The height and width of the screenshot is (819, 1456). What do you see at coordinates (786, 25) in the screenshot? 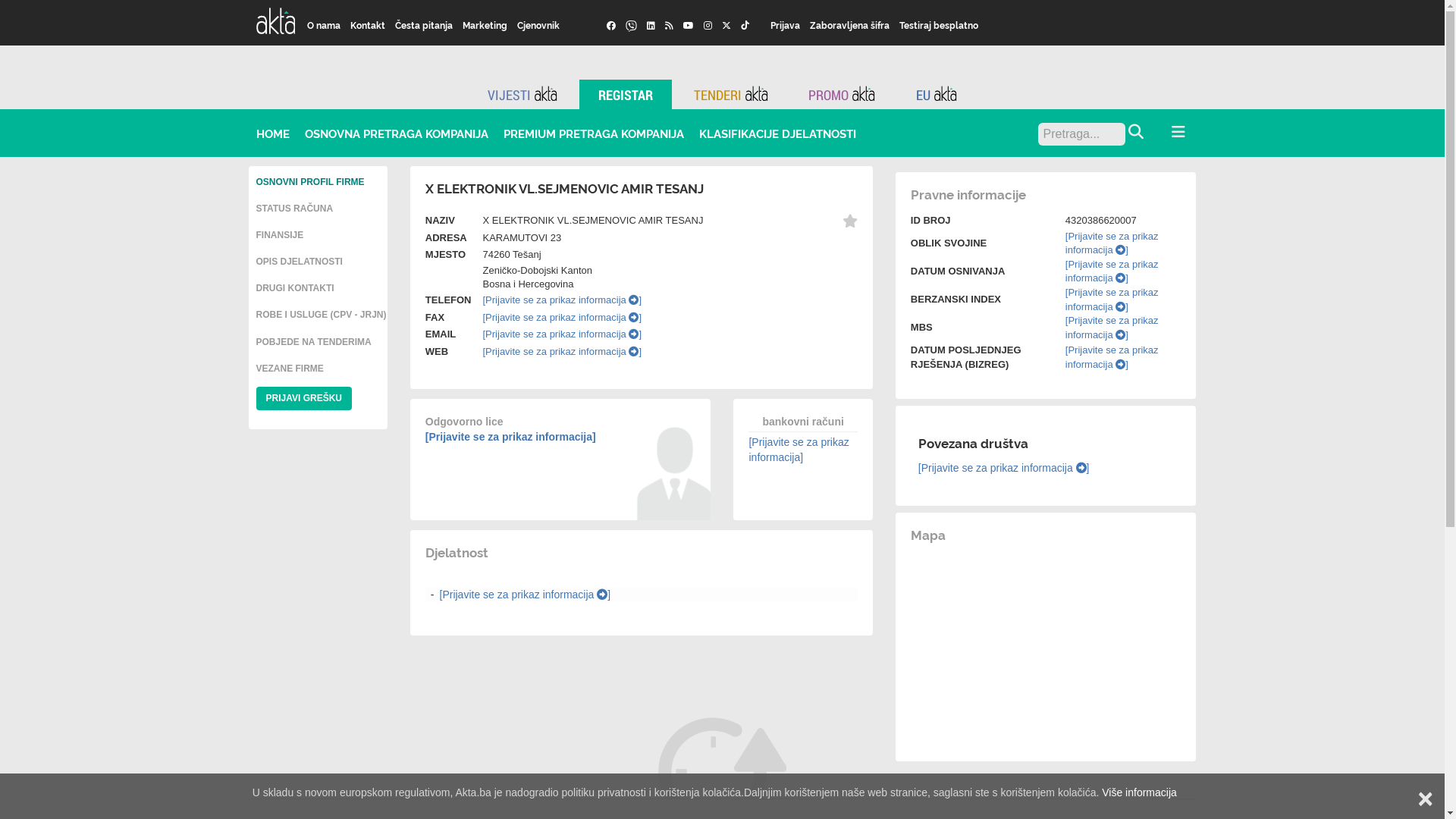
I see `'Prijava'` at bounding box center [786, 25].